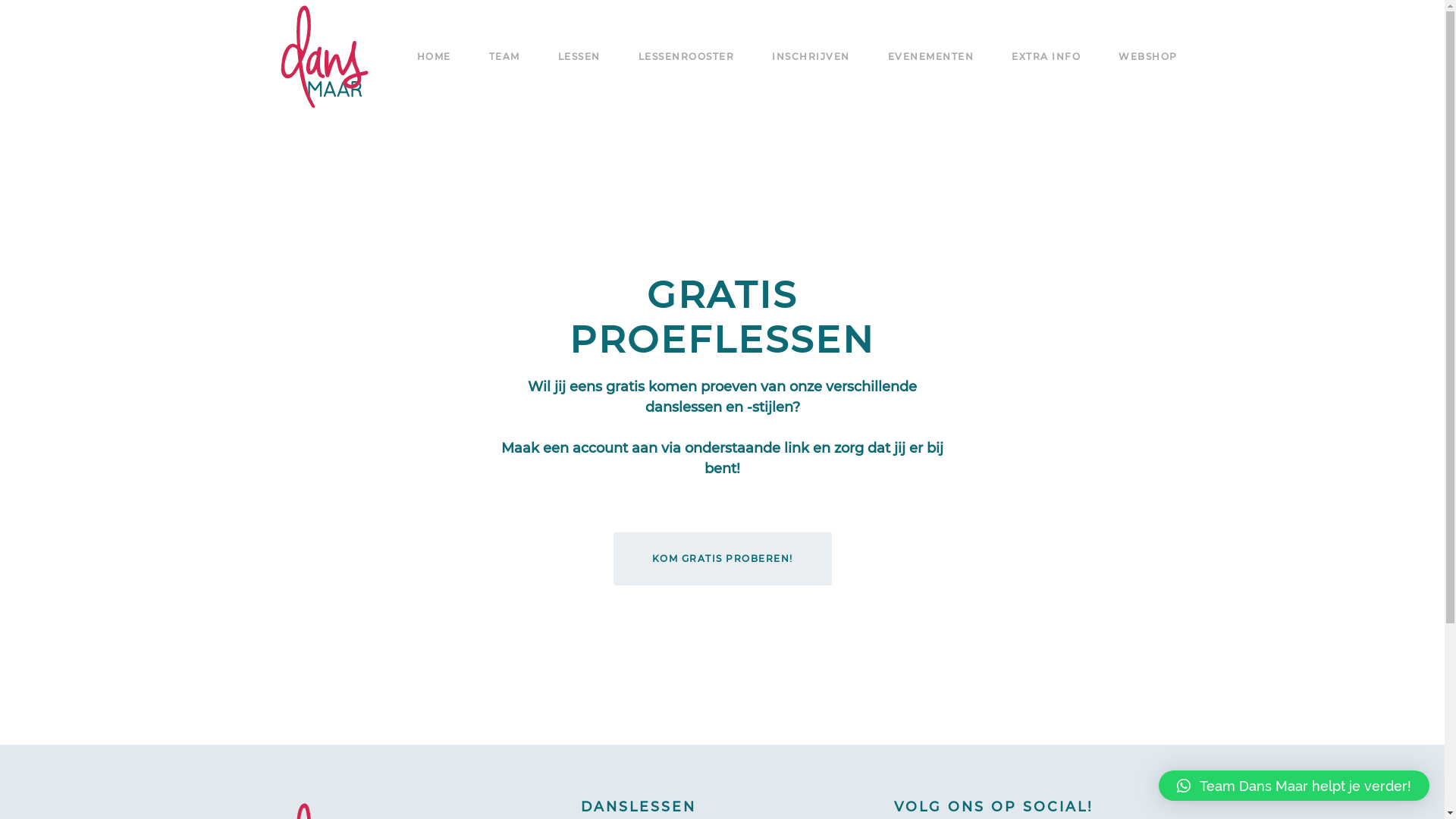 The width and height of the screenshot is (1456, 819). What do you see at coordinates (810, 55) in the screenshot?
I see `'INSCHRIJVEN'` at bounding box center [810, 55].